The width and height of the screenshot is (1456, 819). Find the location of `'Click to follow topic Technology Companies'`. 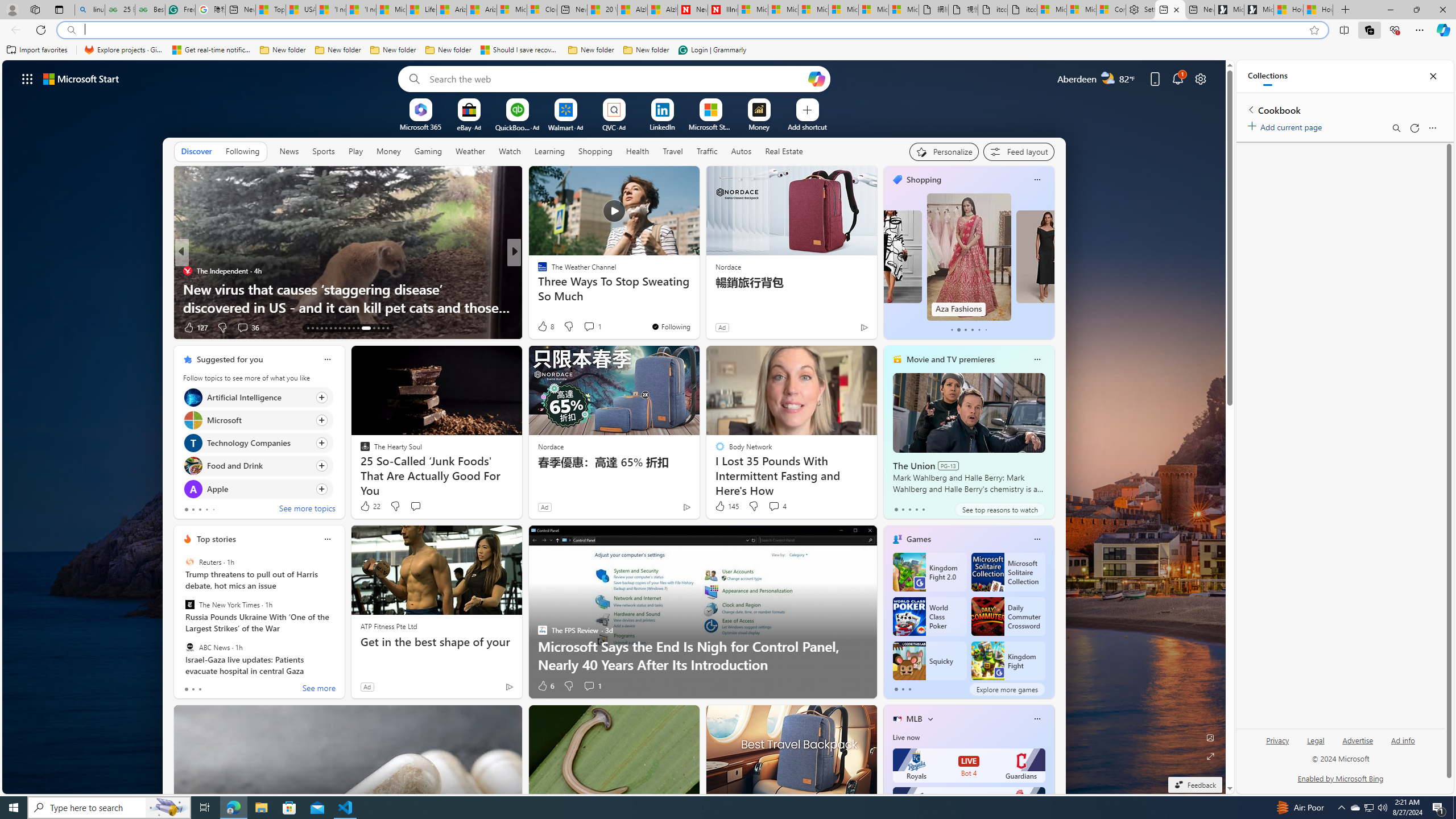

'Click to follow topic Technology Companies' is located at coordinates (257, 442).